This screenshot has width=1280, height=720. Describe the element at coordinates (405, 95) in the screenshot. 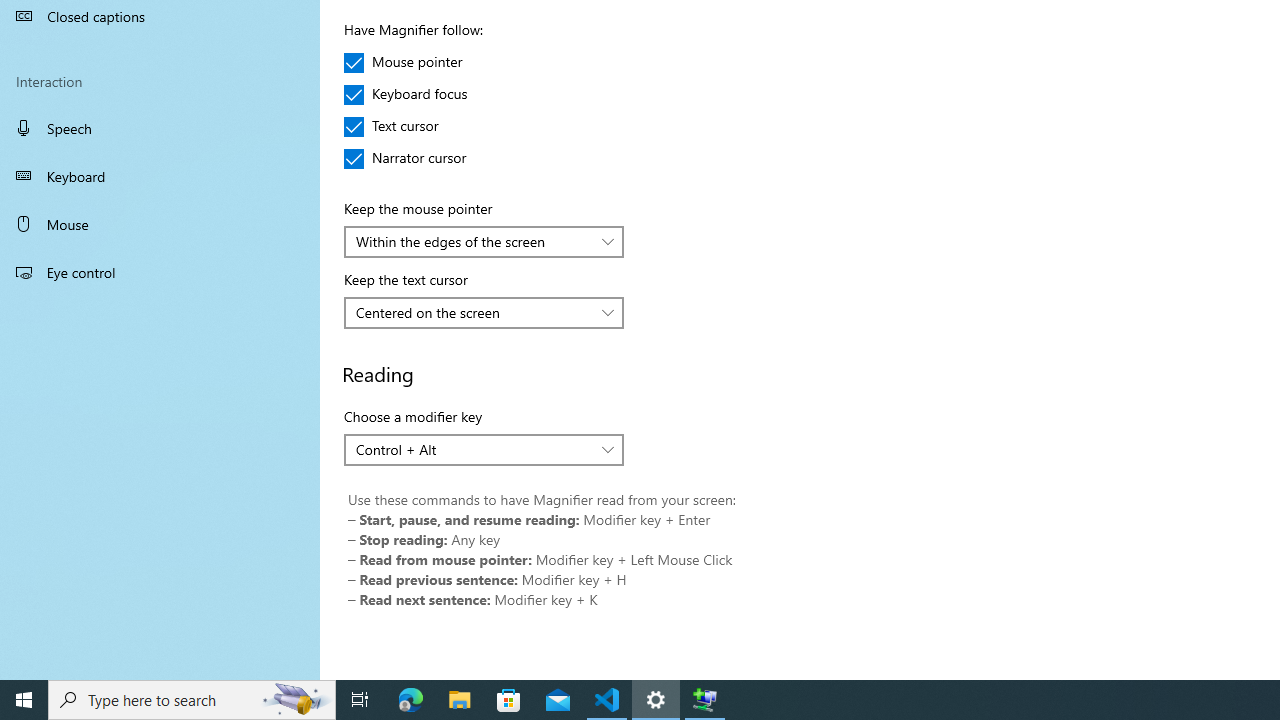

I see `'Keyboard focus'` at that location.